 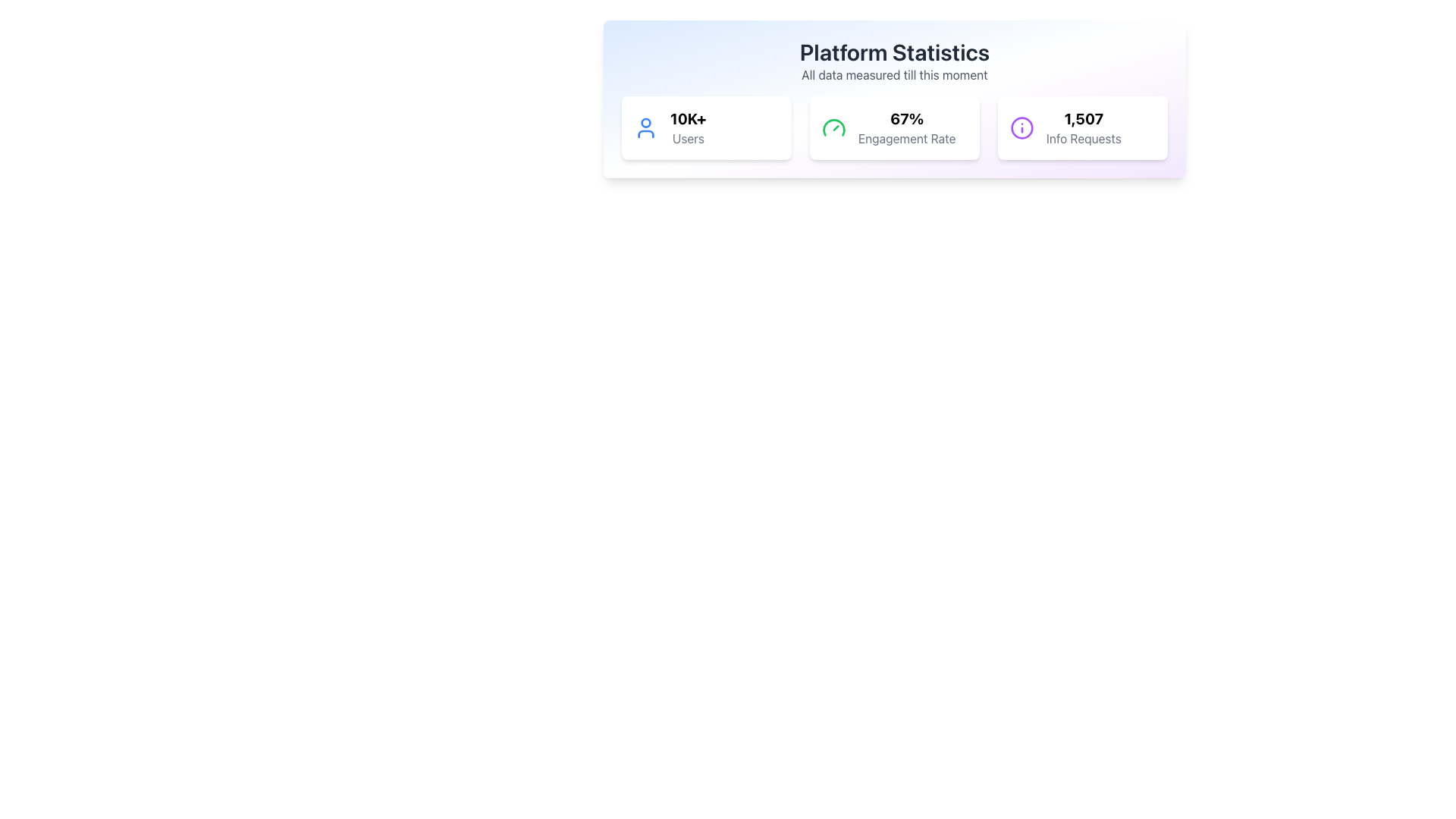 I want to click on the label displaying the numeric value '10K+' which represents user statistics, positioned above the text 'Users' and aligned with a person icon, so click(x=687, y=118).